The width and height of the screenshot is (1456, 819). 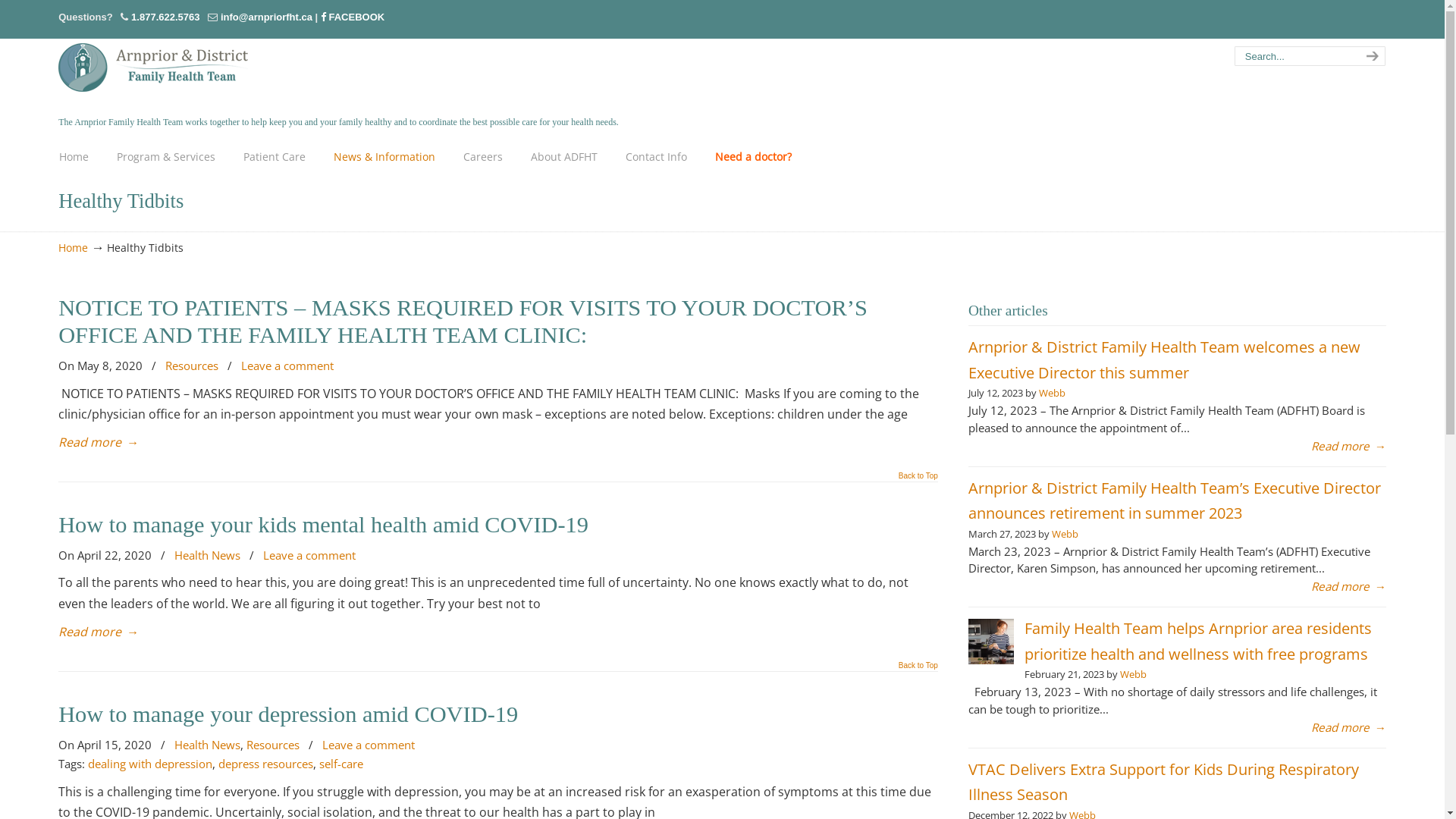 What do you see at coordinates (165, 17) in the screenshot?
I see `'1.877.622.5763'` at bounding box center [165, 17].